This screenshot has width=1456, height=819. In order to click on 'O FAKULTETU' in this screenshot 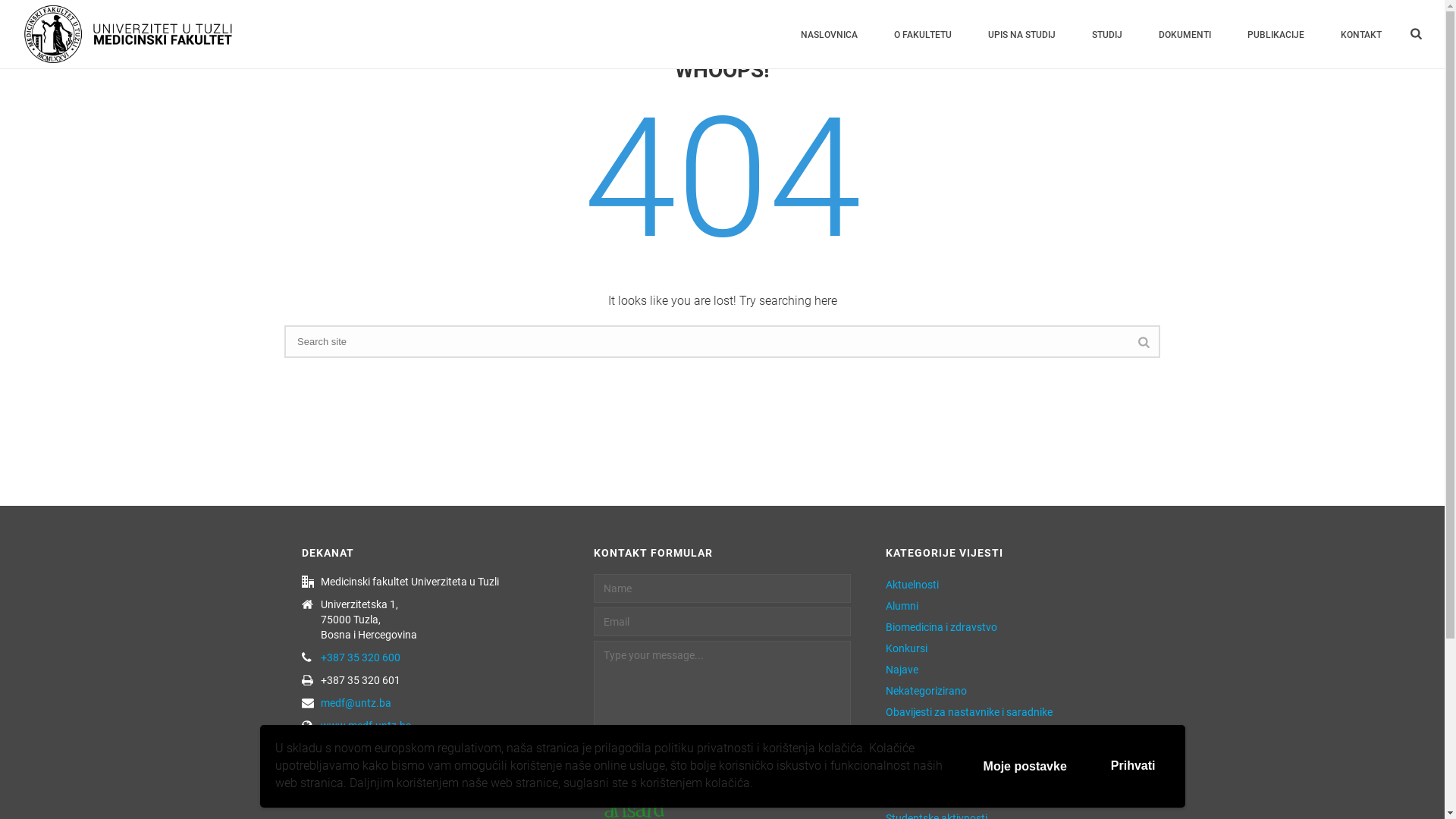, I will do `click(922, 34)`.